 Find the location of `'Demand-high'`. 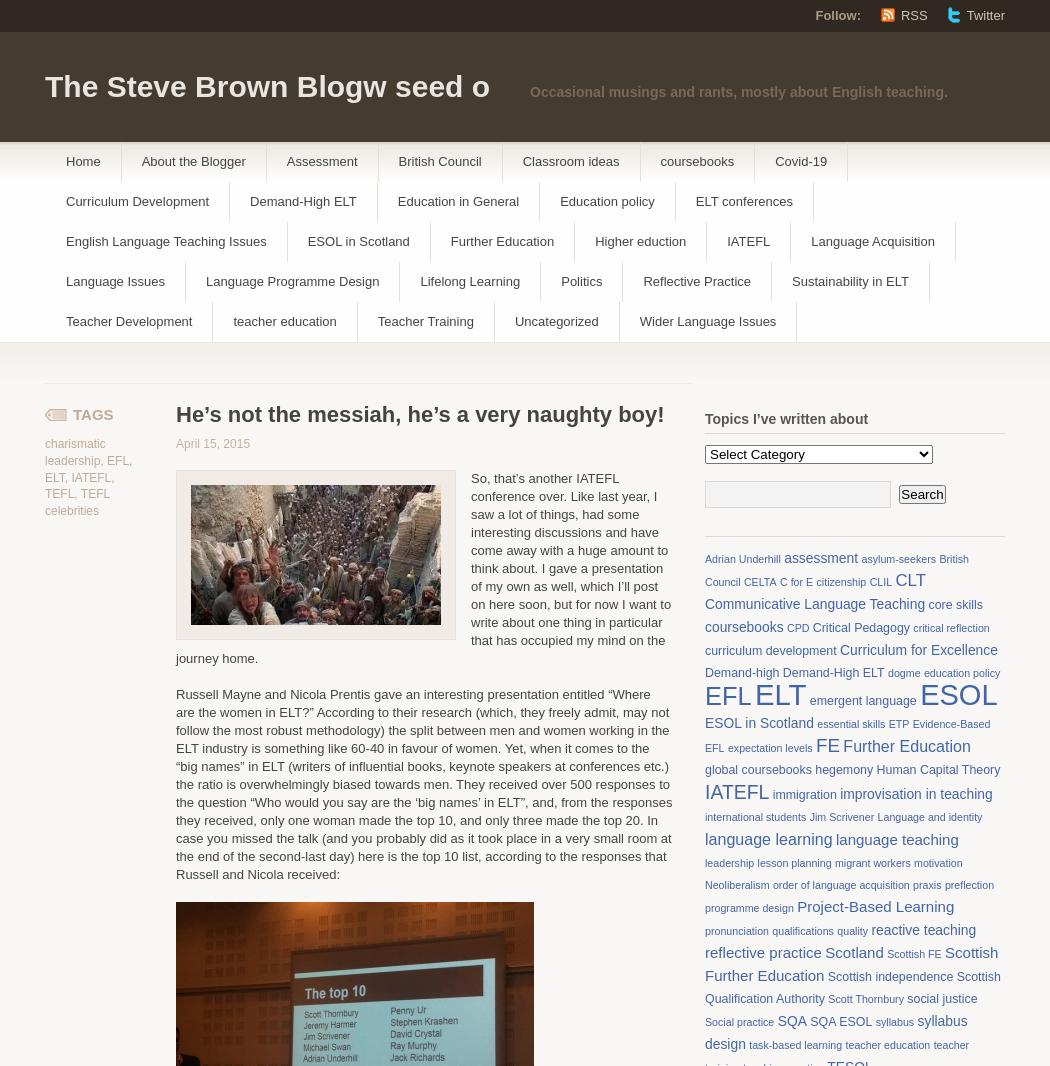

'Demand-high' is located at coordinates (741, 671).